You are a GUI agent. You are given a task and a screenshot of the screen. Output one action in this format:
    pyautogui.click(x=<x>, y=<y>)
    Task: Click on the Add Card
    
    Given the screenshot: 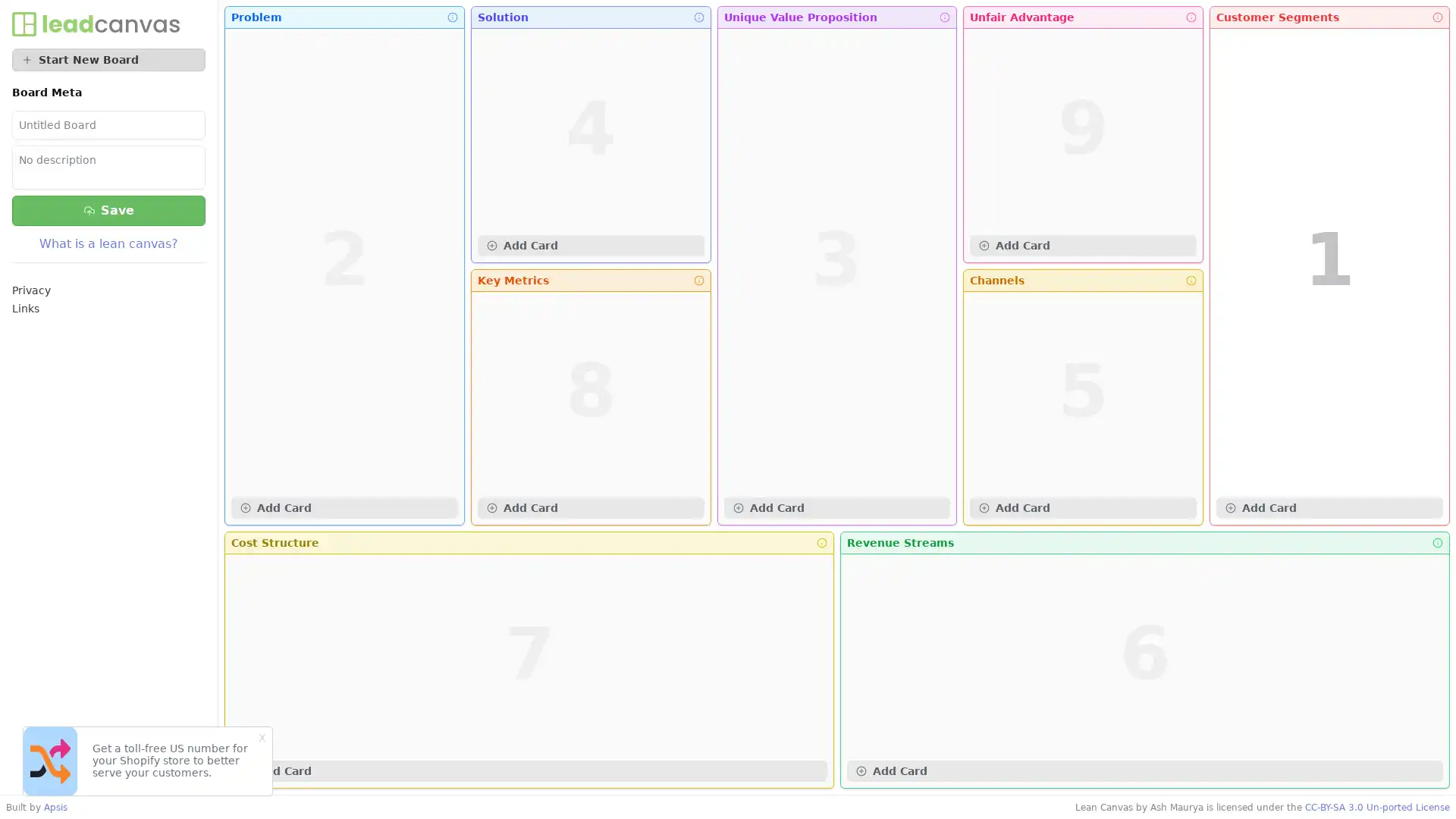 What is the action you would take?
    pyautogui.click(x=1329, y=508)
    